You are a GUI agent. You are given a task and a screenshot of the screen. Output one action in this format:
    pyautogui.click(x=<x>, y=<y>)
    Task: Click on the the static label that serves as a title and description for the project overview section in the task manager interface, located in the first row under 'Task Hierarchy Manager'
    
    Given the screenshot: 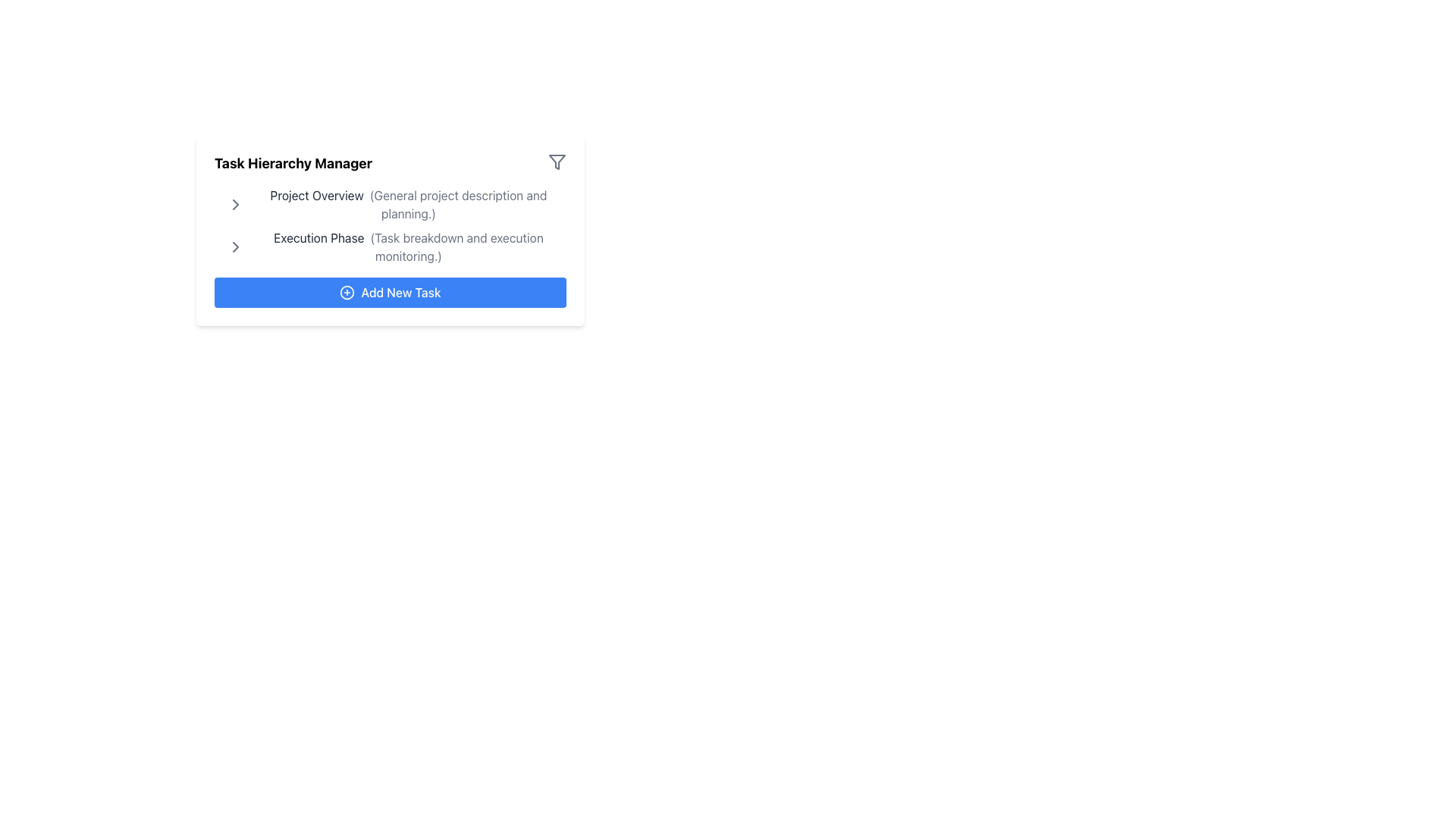 What is the action you would take?
    pyautogui.click(x=408, y=205)
    